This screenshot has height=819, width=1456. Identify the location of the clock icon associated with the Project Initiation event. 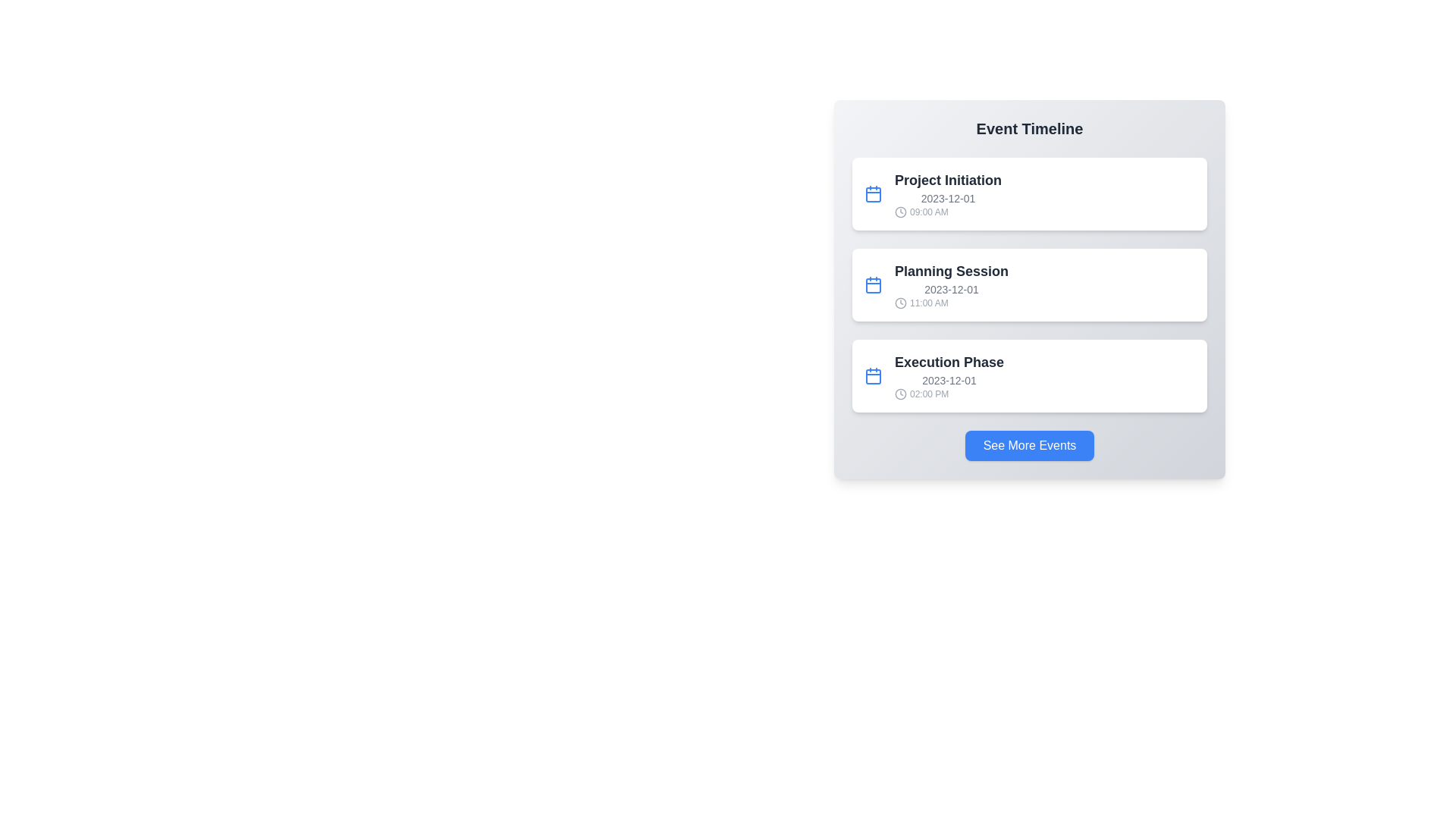
(901, 212).